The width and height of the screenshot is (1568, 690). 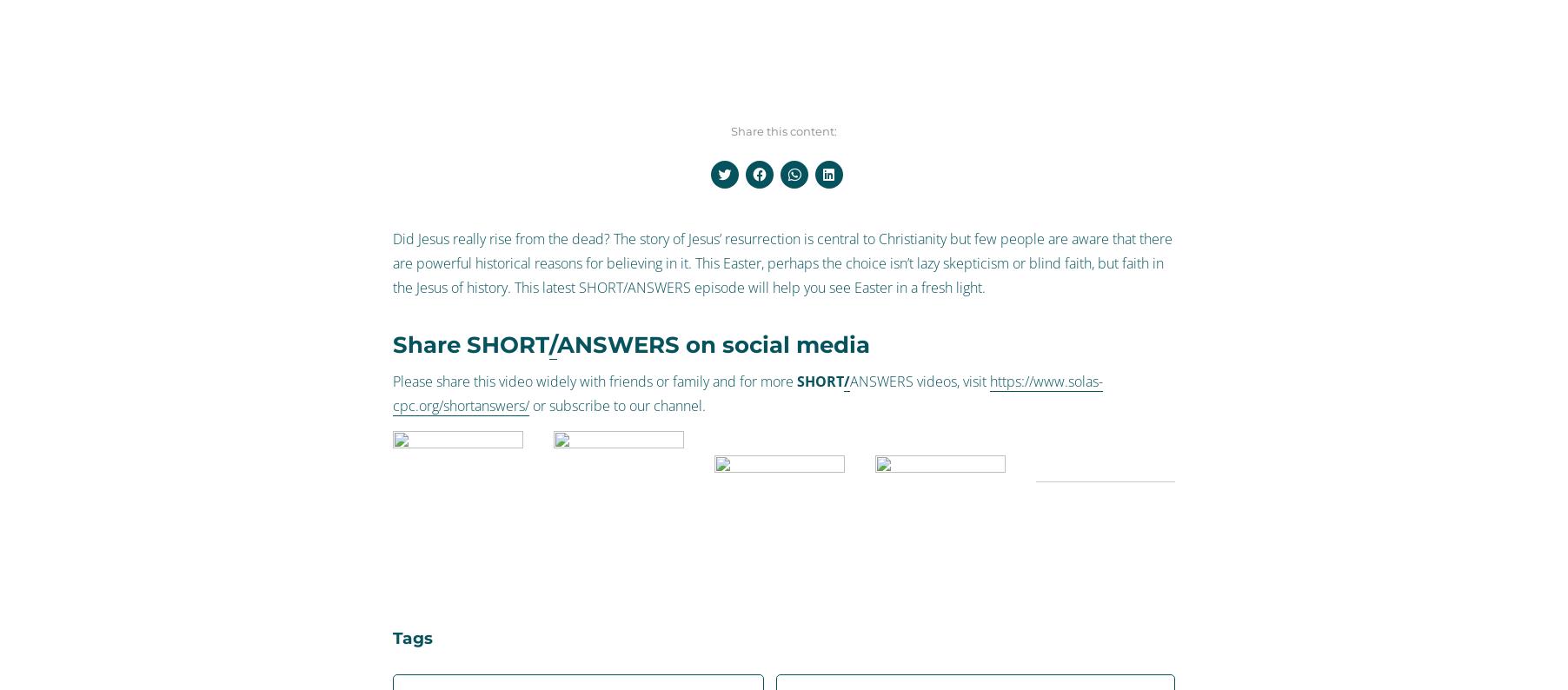 I want to click on 'ANSWERS on social media', so click(x=713, y=343).